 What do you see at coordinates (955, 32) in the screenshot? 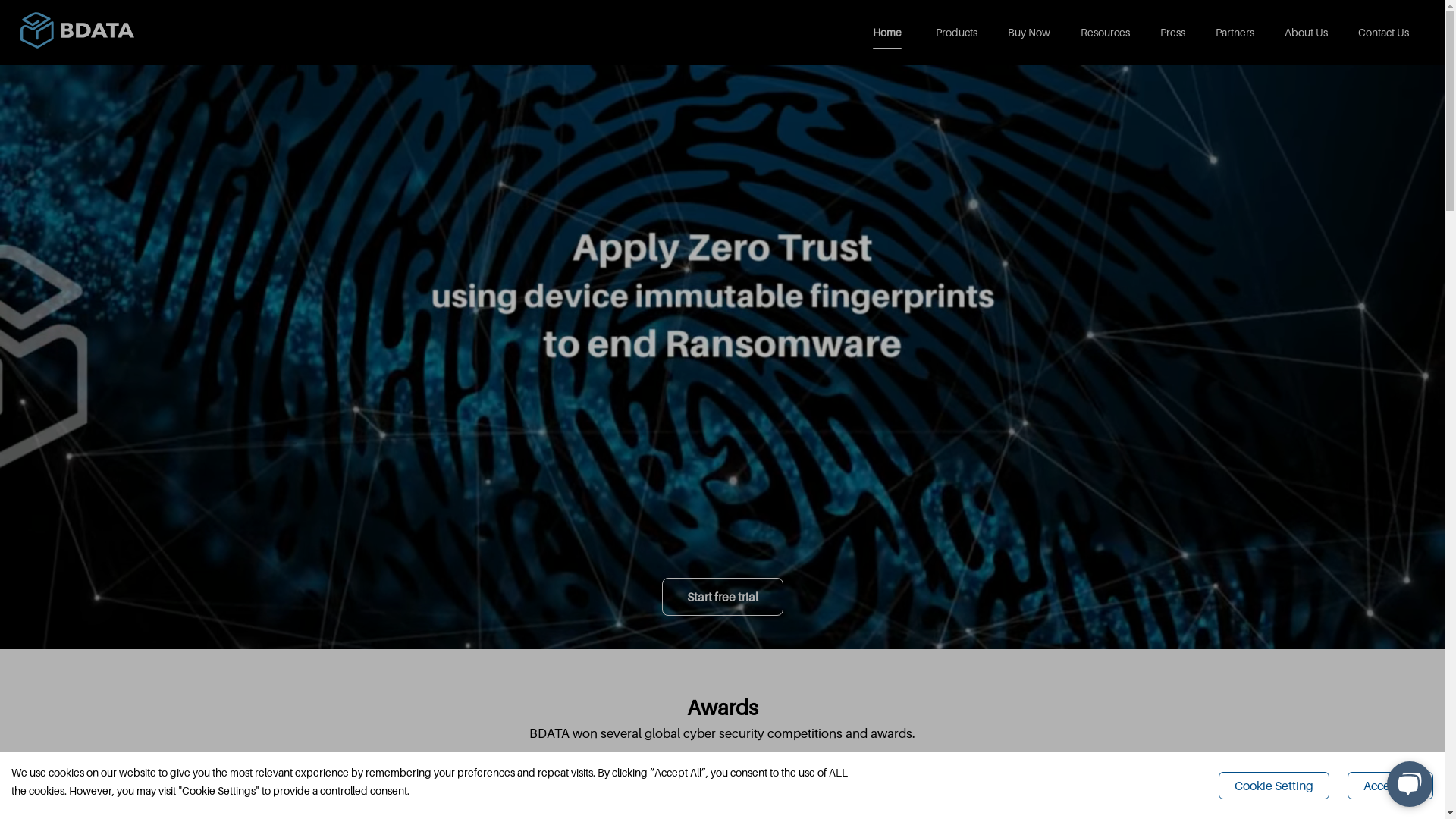
I see `'Products'` at bounding box center [955, 32].